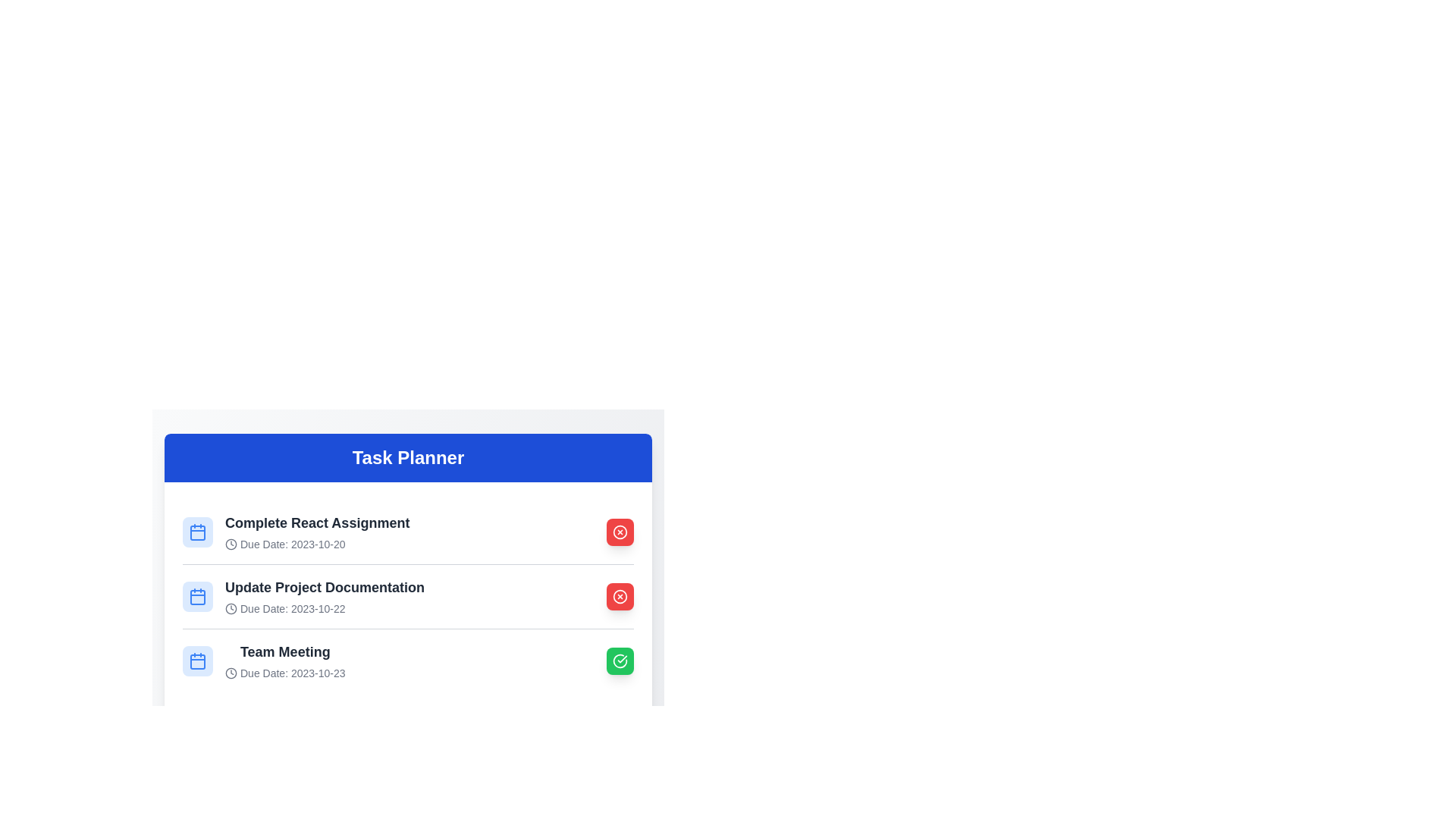 The image size is (1456, 819). I want to click on the green circular button with a white checkmark symbol located in the bottom-right corner of the 'Team Meeting' task details, so click(620, 660).